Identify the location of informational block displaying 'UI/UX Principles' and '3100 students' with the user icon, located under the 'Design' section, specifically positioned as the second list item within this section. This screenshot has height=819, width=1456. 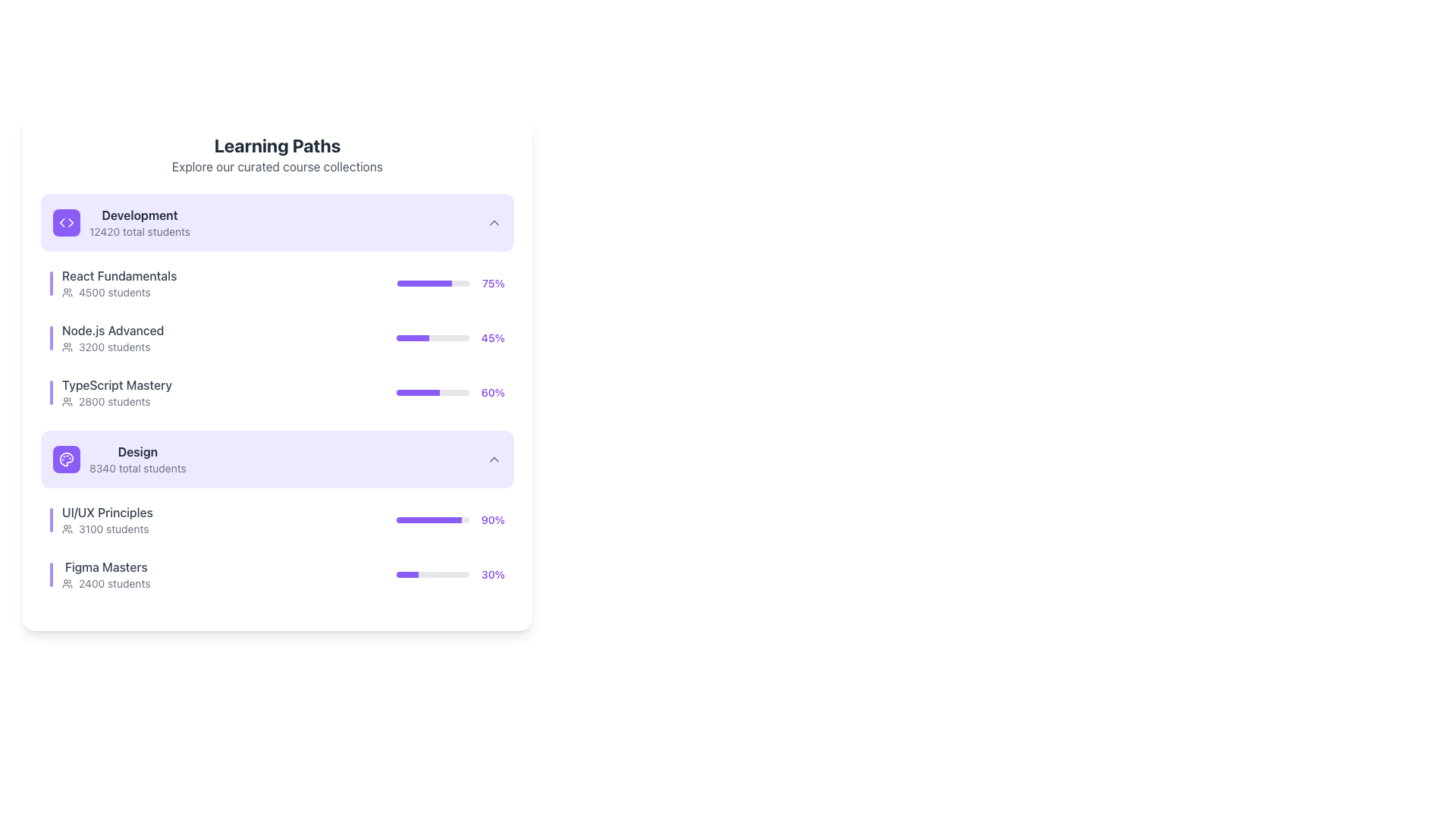
(106, 519).